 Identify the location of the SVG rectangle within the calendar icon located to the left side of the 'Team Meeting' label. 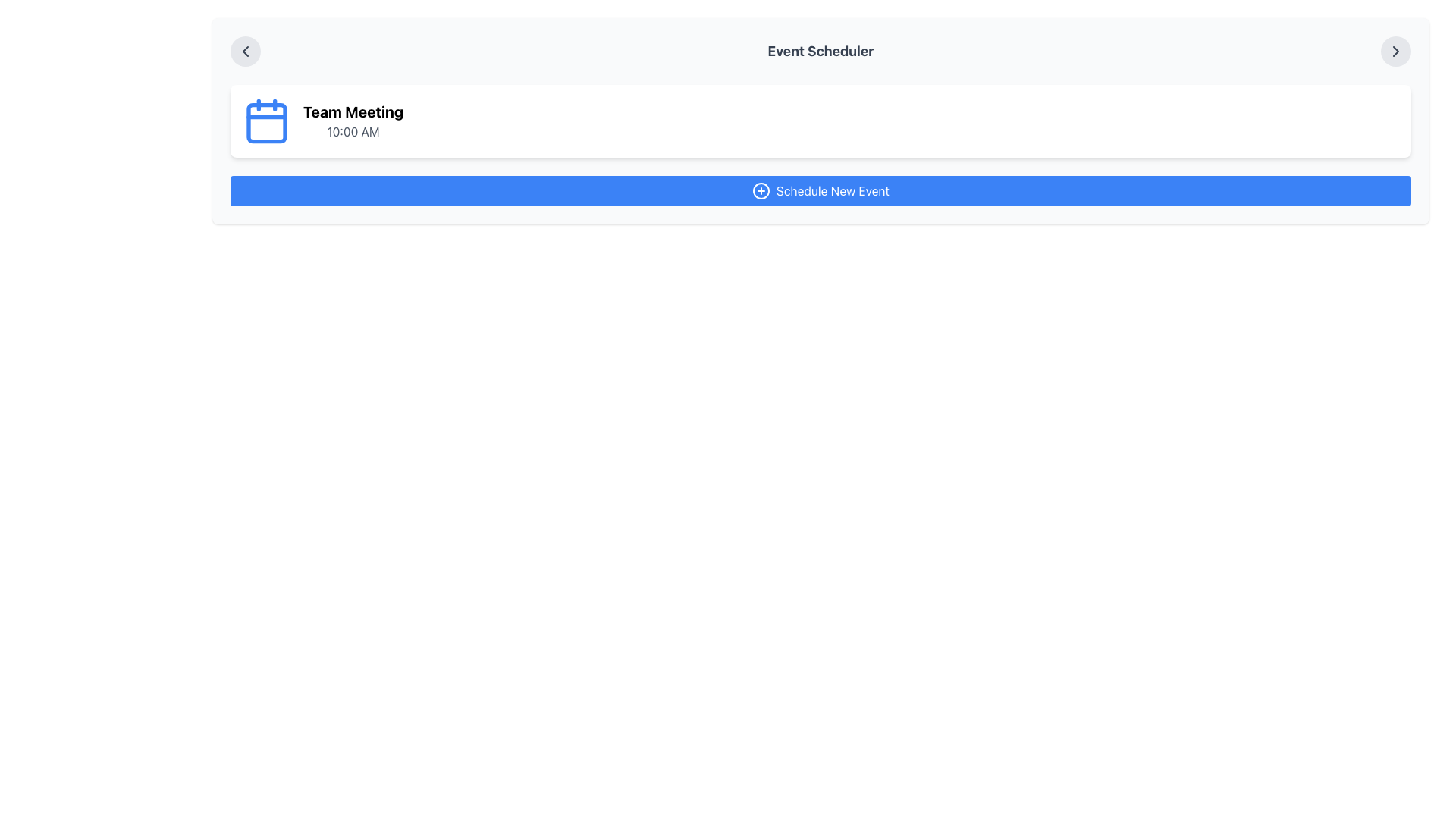
(266, 122).